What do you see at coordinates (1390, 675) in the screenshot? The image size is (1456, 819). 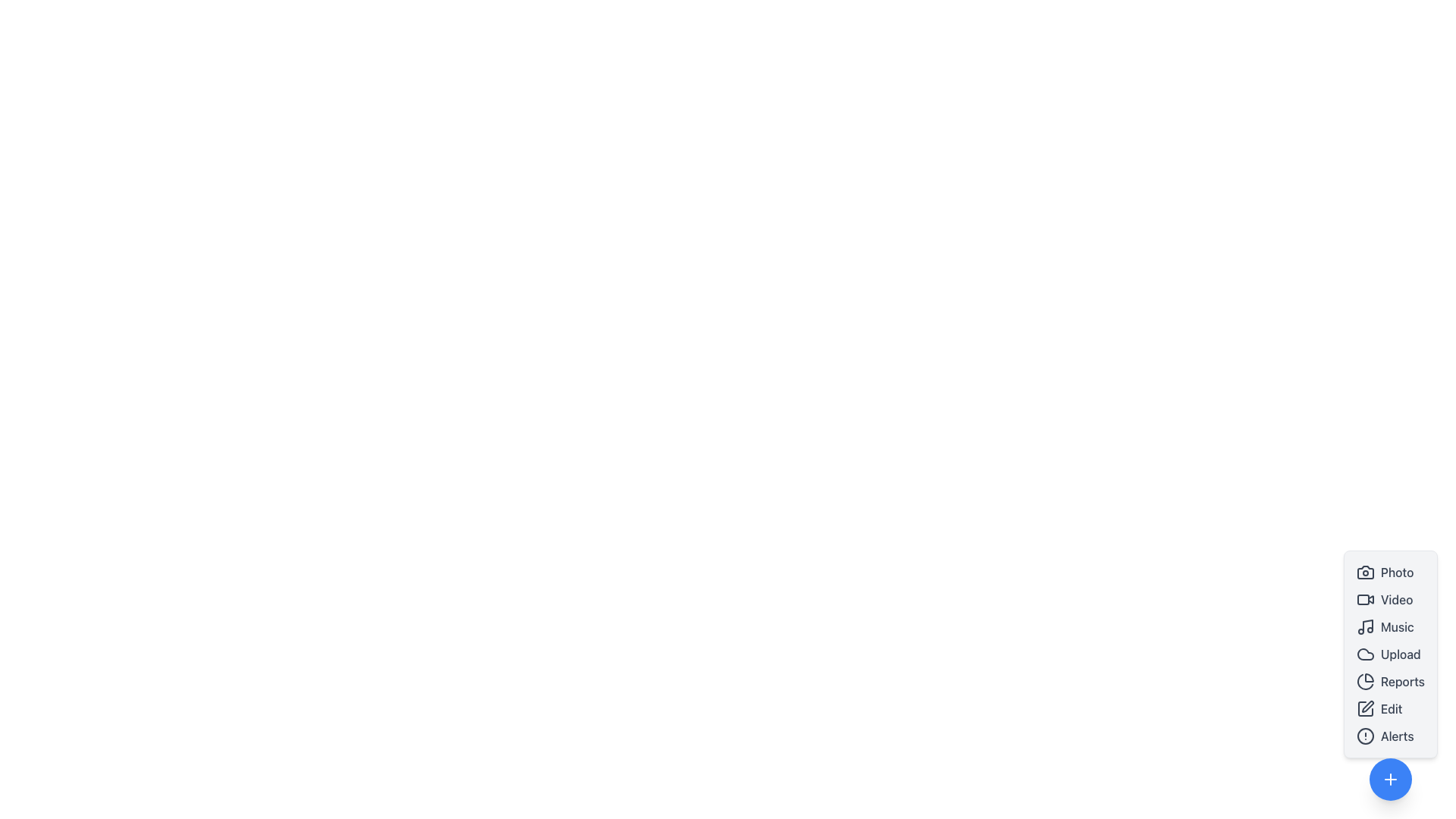 I see `the 'Reports' interactive text button with a pie chart icon located in the sidebar` at bounding box center [1390, 675].